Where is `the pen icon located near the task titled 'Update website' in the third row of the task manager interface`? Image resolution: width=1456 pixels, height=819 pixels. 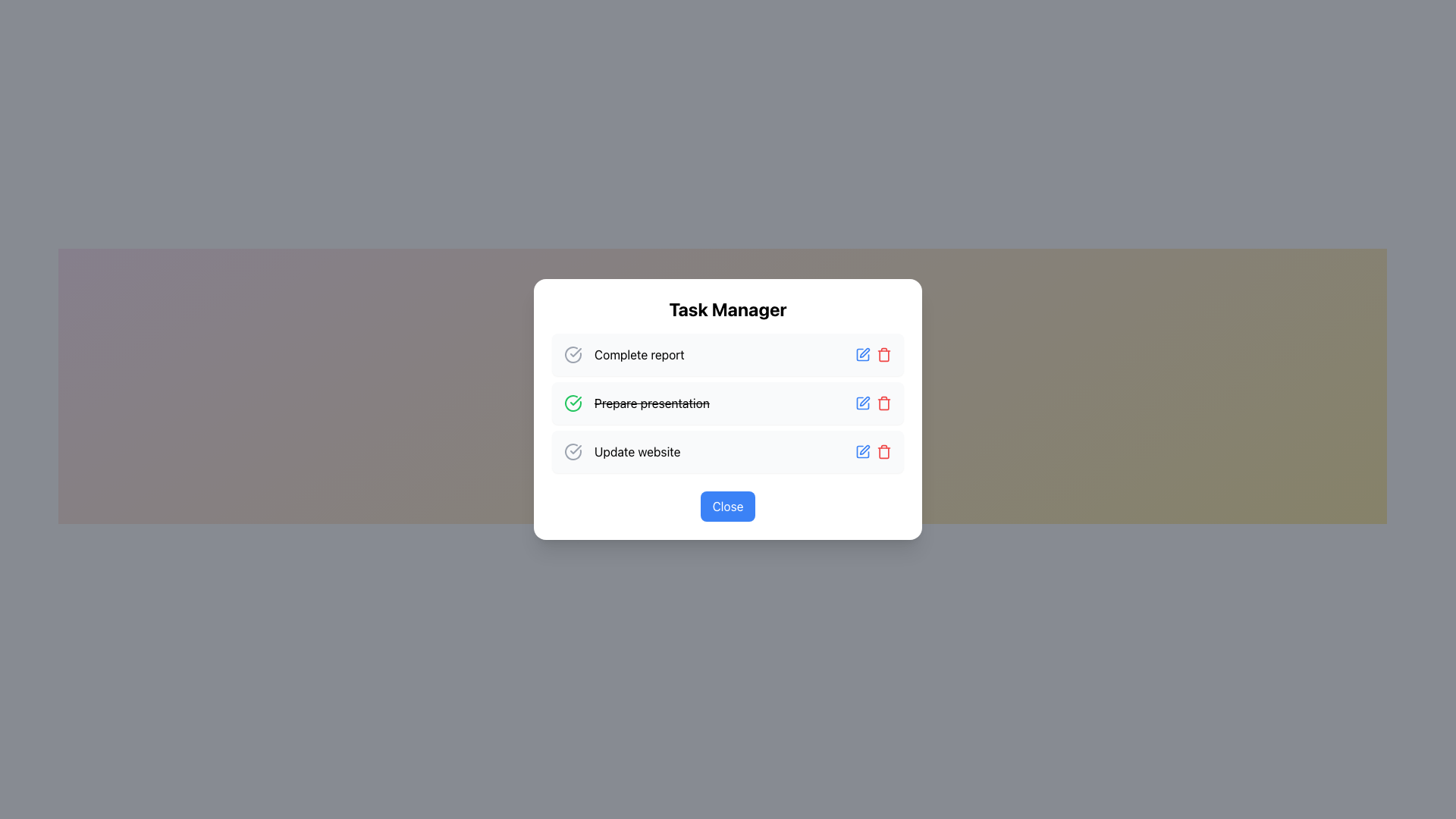
the pen icon located near the task titled 'Update website' in the third row of the task manager interface is located at coordinates (864, 449).